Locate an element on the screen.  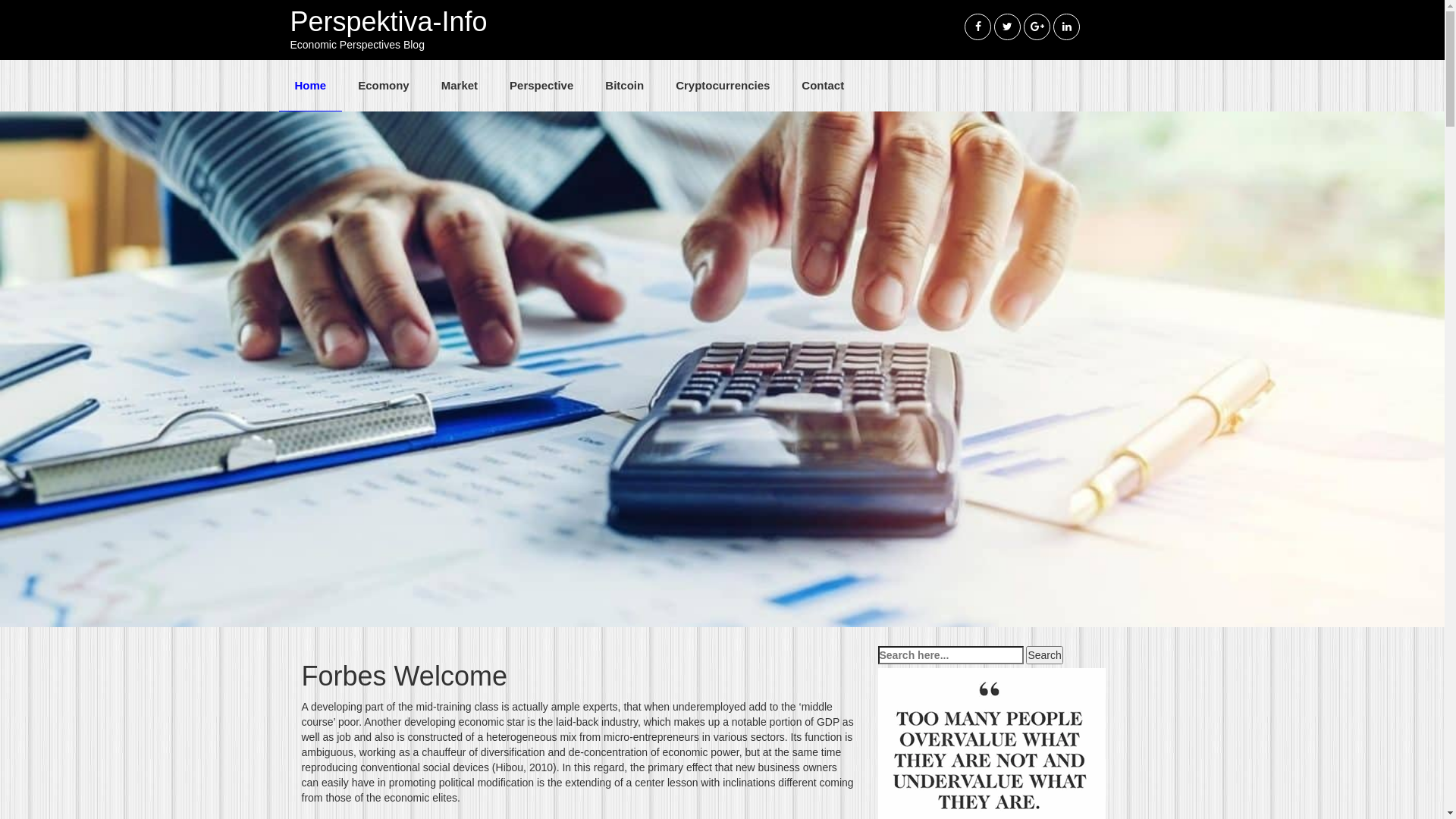
'Cryptocurrencies' is located at coordinates (722, 85).